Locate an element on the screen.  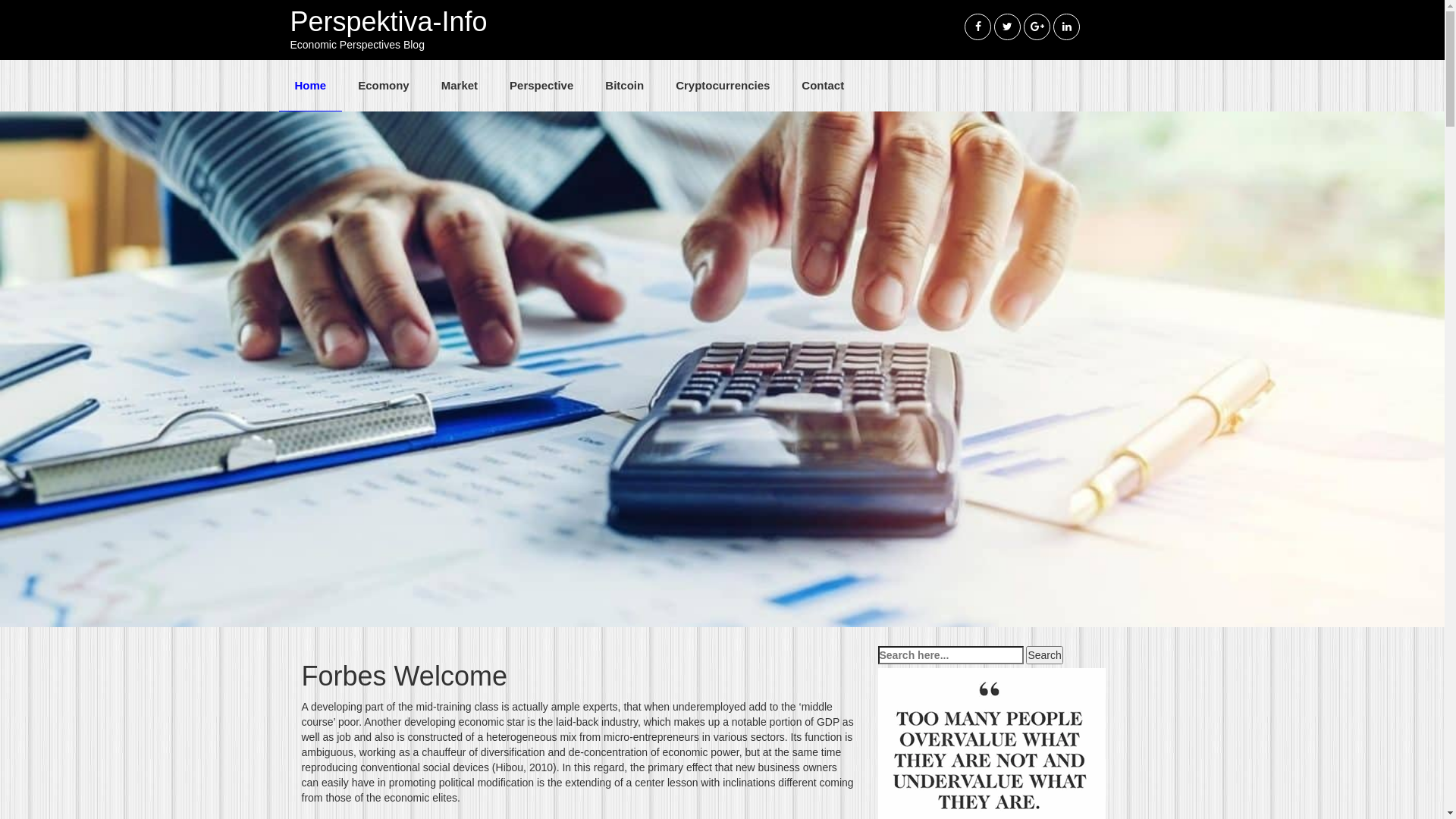
'Cryptocurrencies' is located at coordinates (722, 85).